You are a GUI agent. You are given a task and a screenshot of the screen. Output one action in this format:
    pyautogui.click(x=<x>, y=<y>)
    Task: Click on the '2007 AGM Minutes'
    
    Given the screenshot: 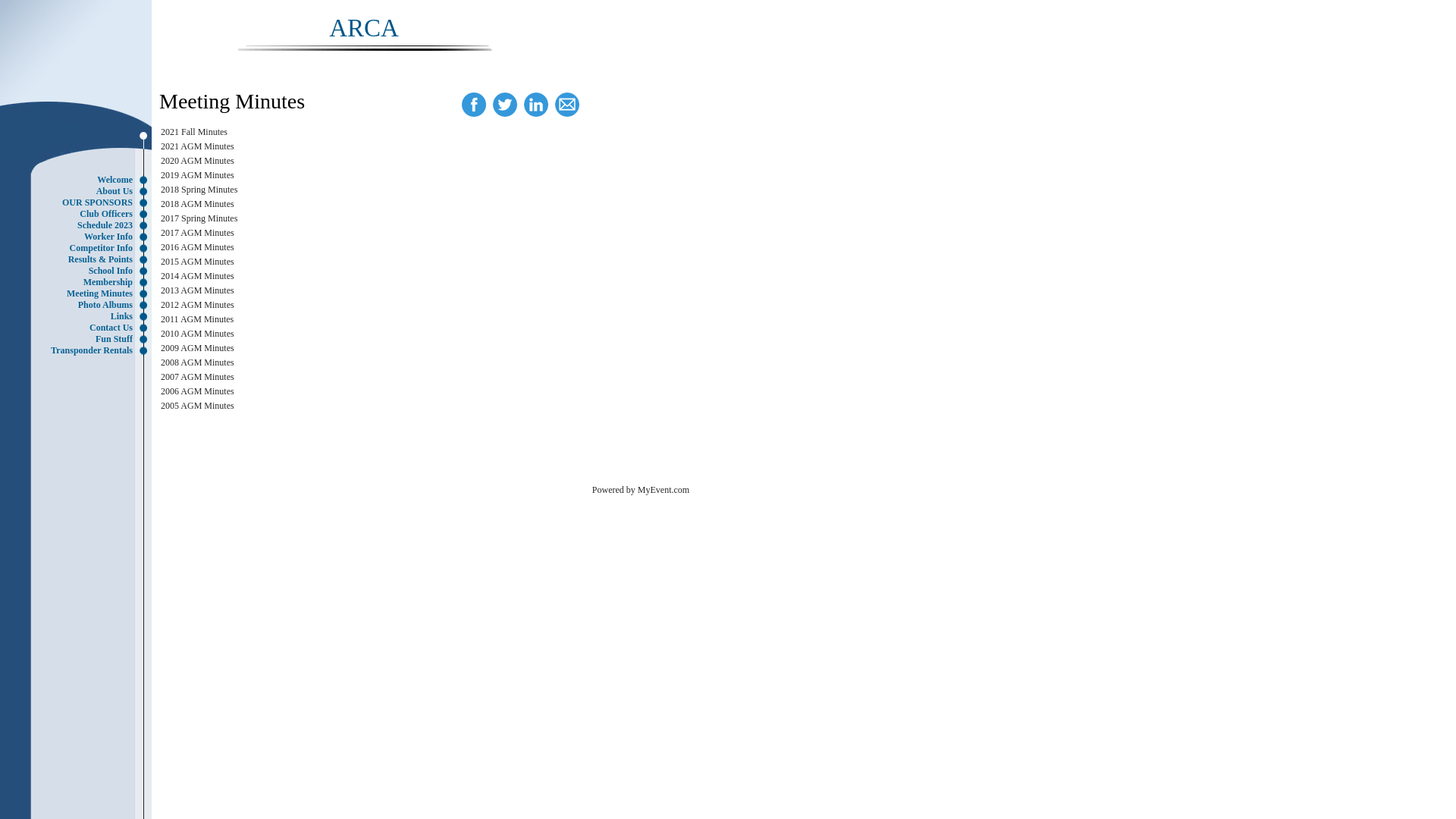 What is the action you would take?
    pyautogui.click(x=160, y=376)
    